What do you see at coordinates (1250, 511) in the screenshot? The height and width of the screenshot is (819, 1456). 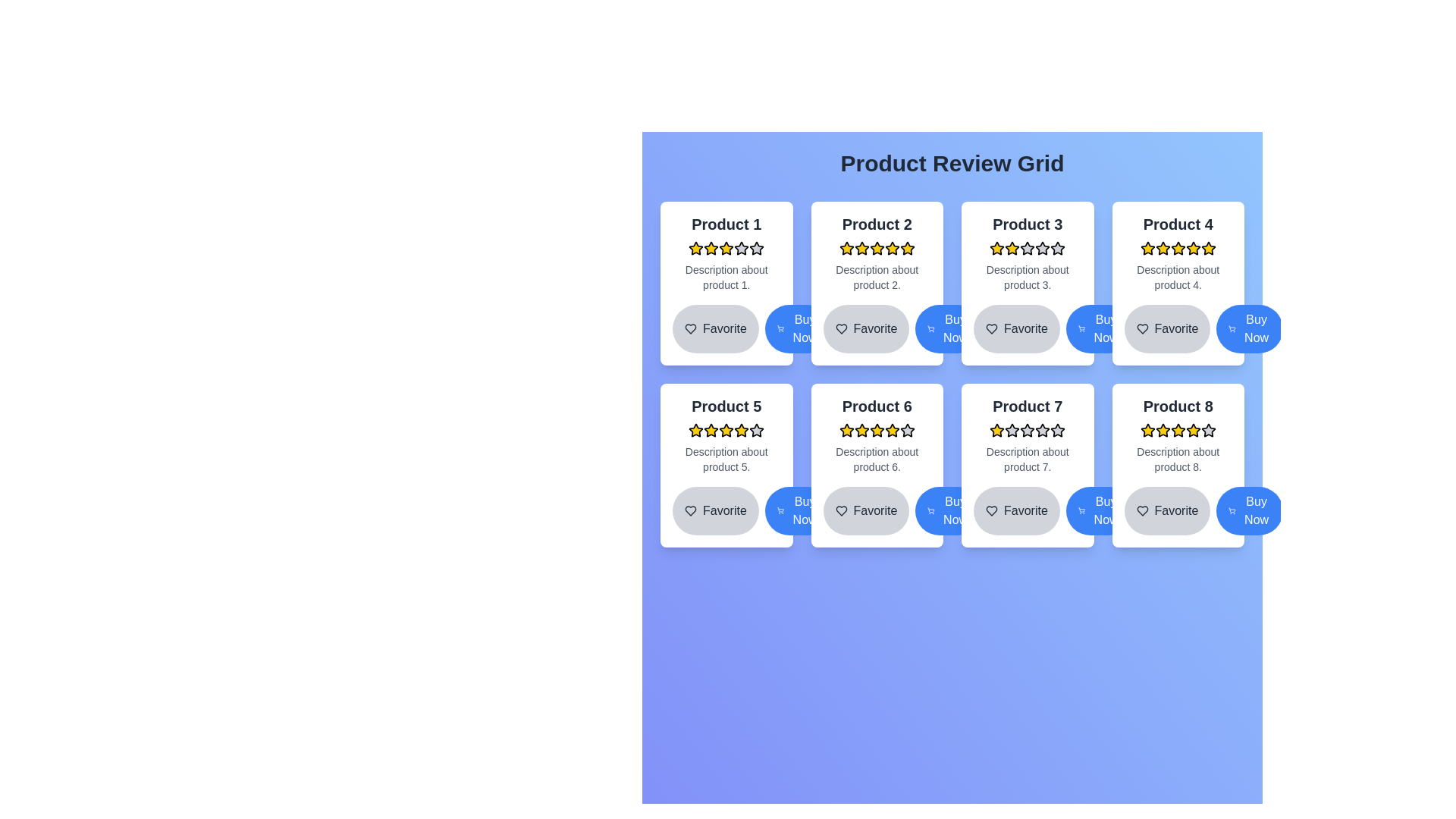 I see `the blue 'Buy Now' button with a cart icon located at the bottom right corner of Product 8's card` at bounding box center [1250, 511].